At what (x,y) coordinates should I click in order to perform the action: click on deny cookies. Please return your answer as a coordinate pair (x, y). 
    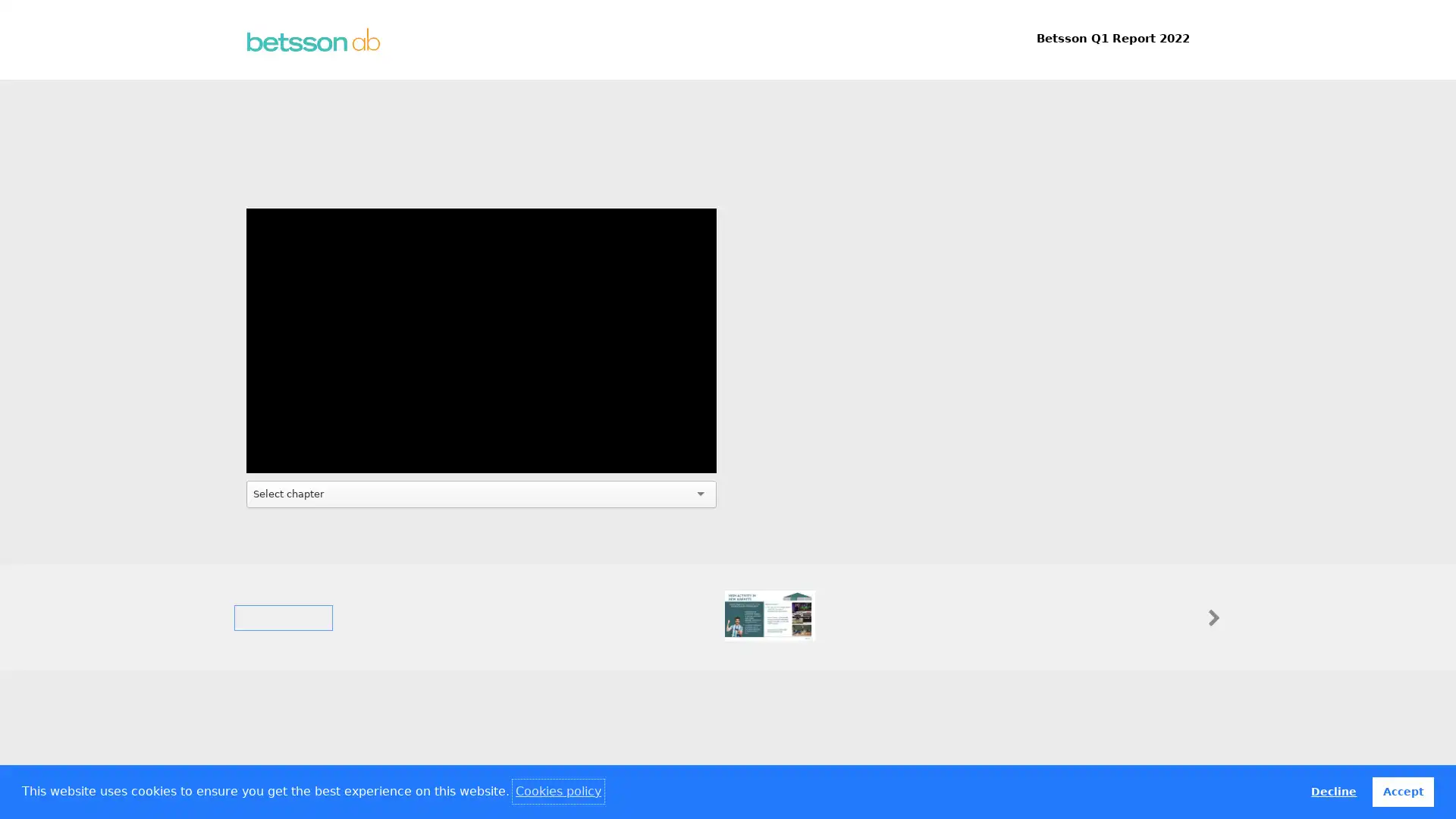
    Looking at the image, I should click on (1332, 791).